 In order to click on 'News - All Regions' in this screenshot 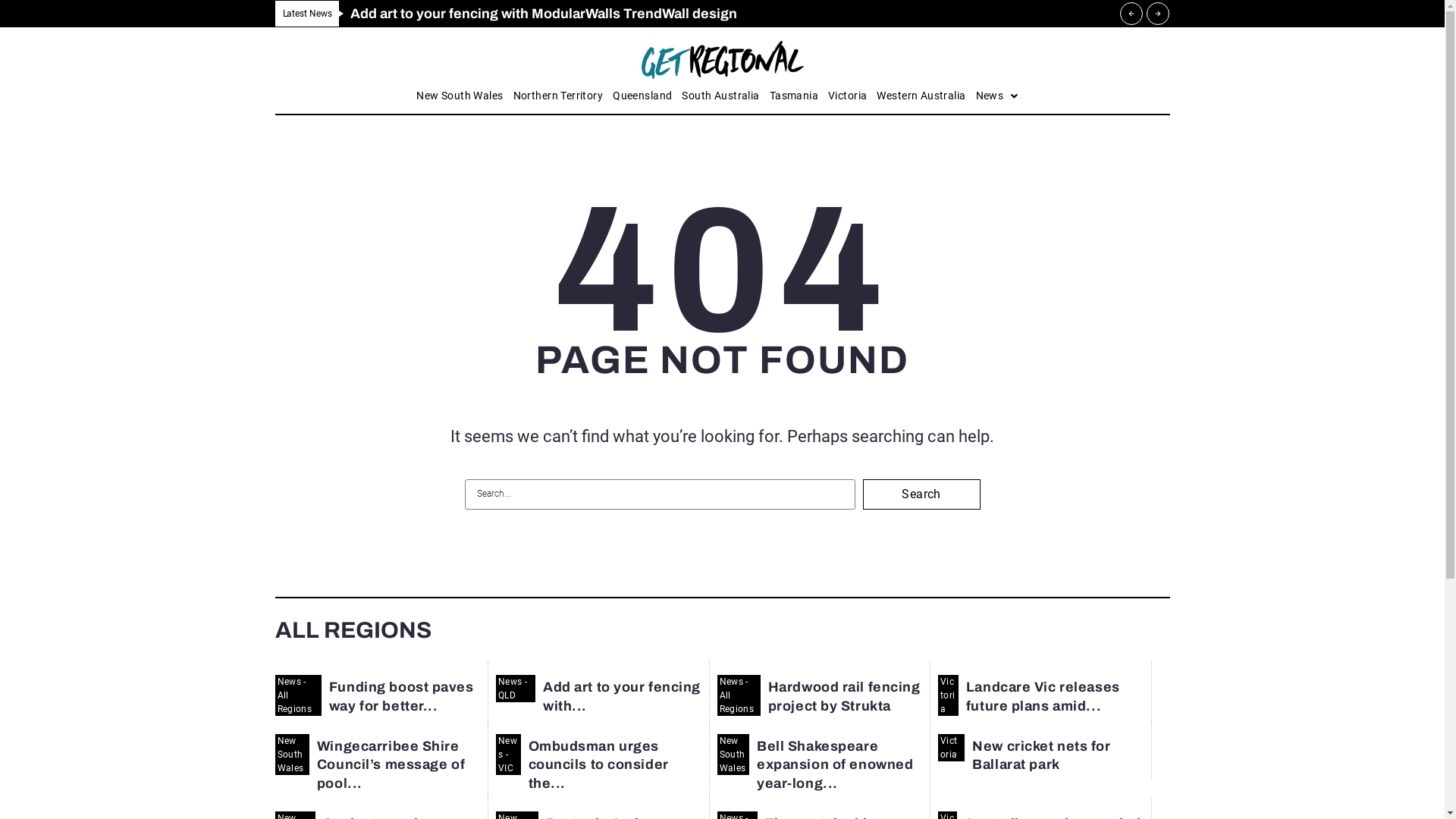, I will do `click(739, 695)`.